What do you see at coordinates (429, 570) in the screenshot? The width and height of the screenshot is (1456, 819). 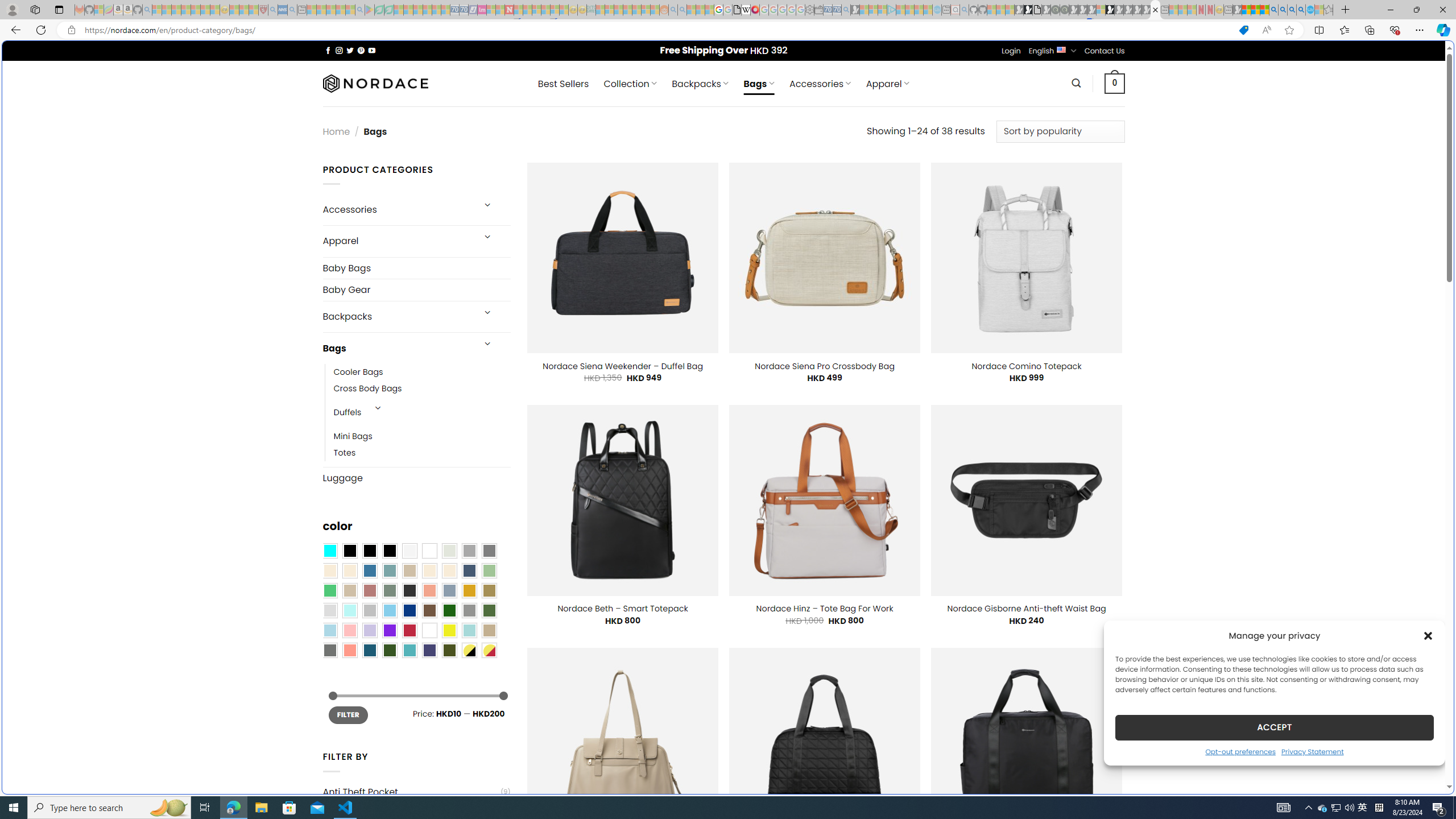 I see `'Caramel'` at bounding box center [429, 570].